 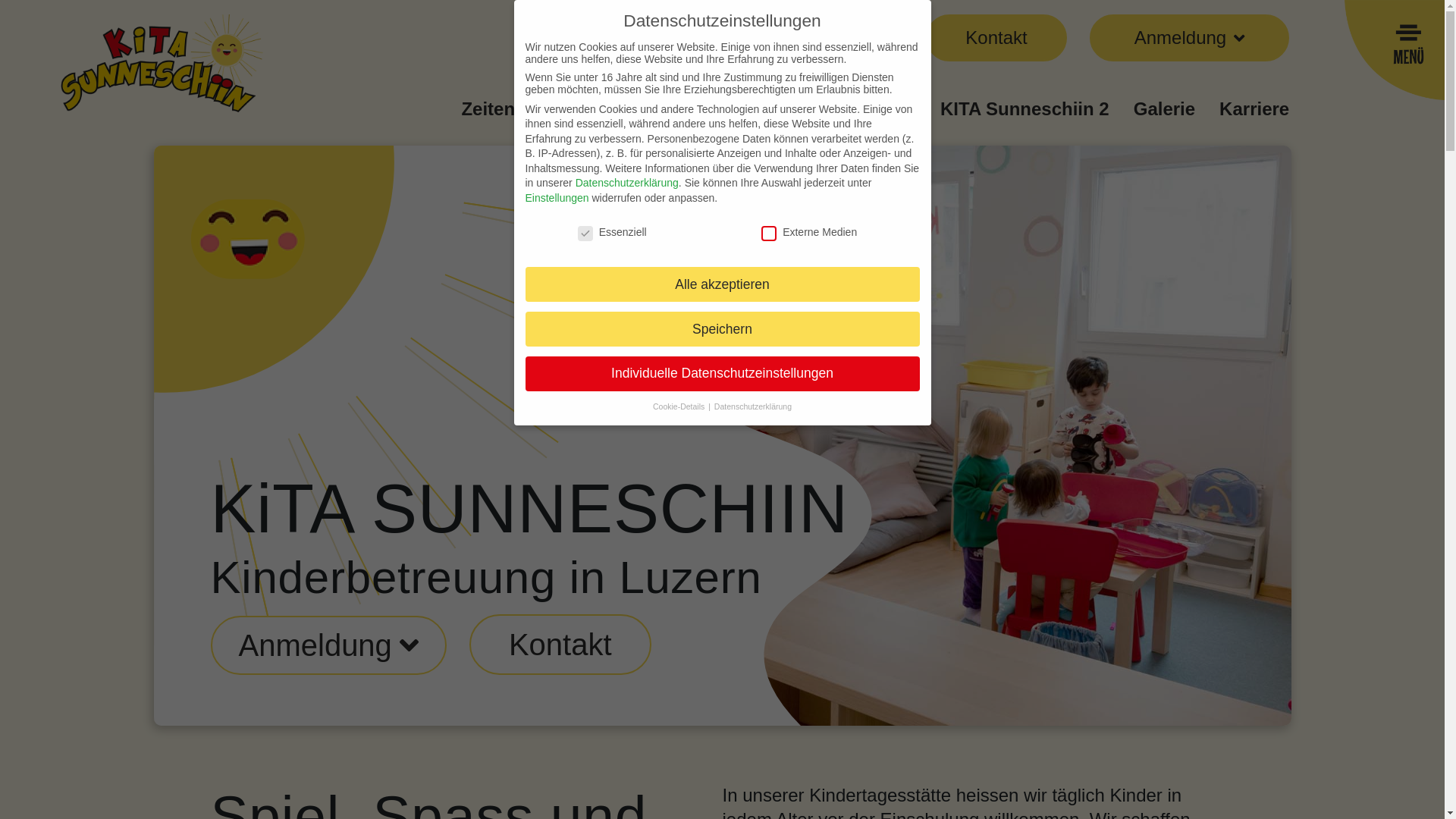 What do you see at coordinates (679, 406) in the screenshot?
I see `'Cookie-Details'` at bounding box center [679, 406].